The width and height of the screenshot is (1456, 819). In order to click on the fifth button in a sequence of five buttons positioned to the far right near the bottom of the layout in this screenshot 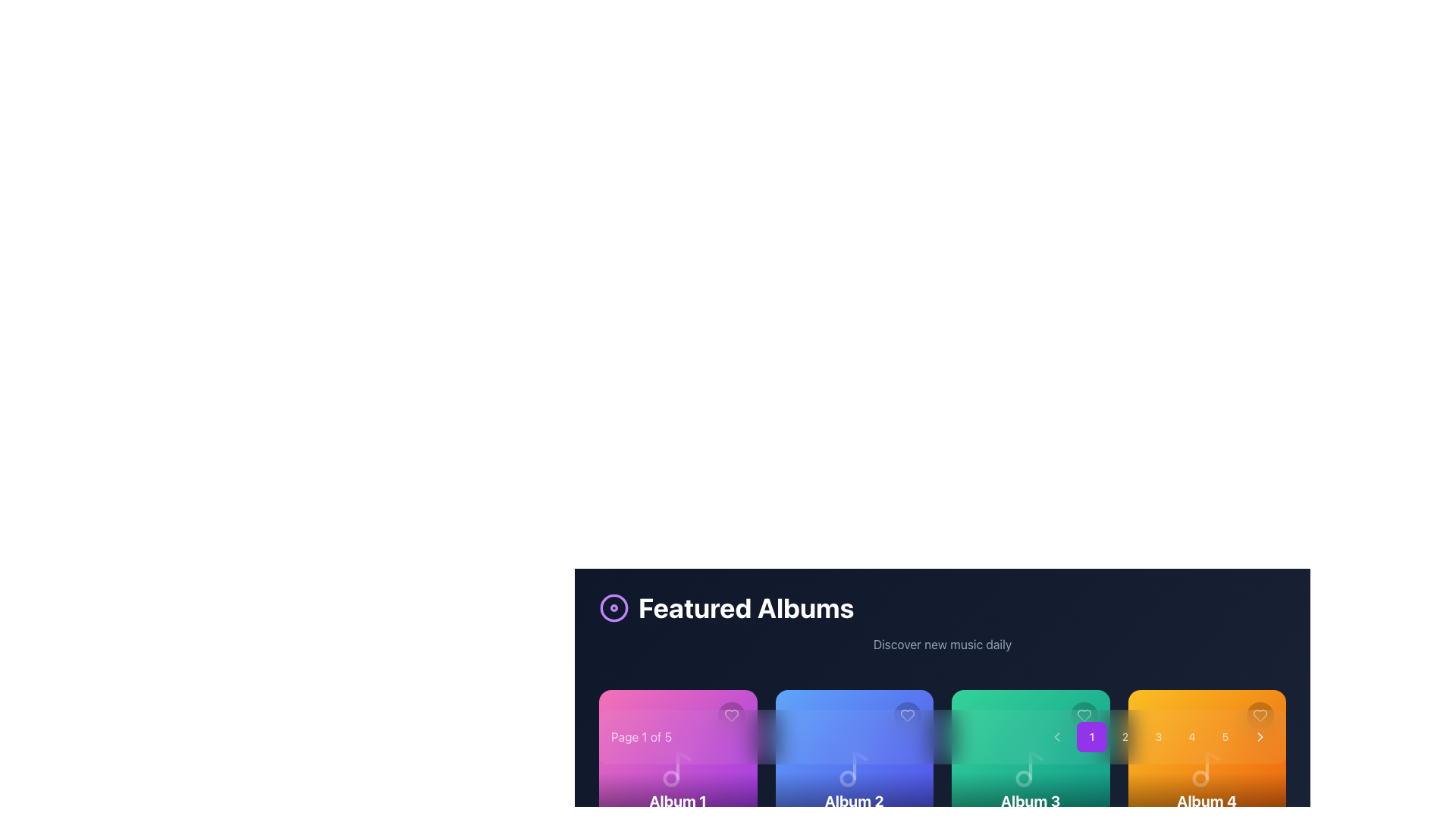, I will do `click(1225, 736)`.